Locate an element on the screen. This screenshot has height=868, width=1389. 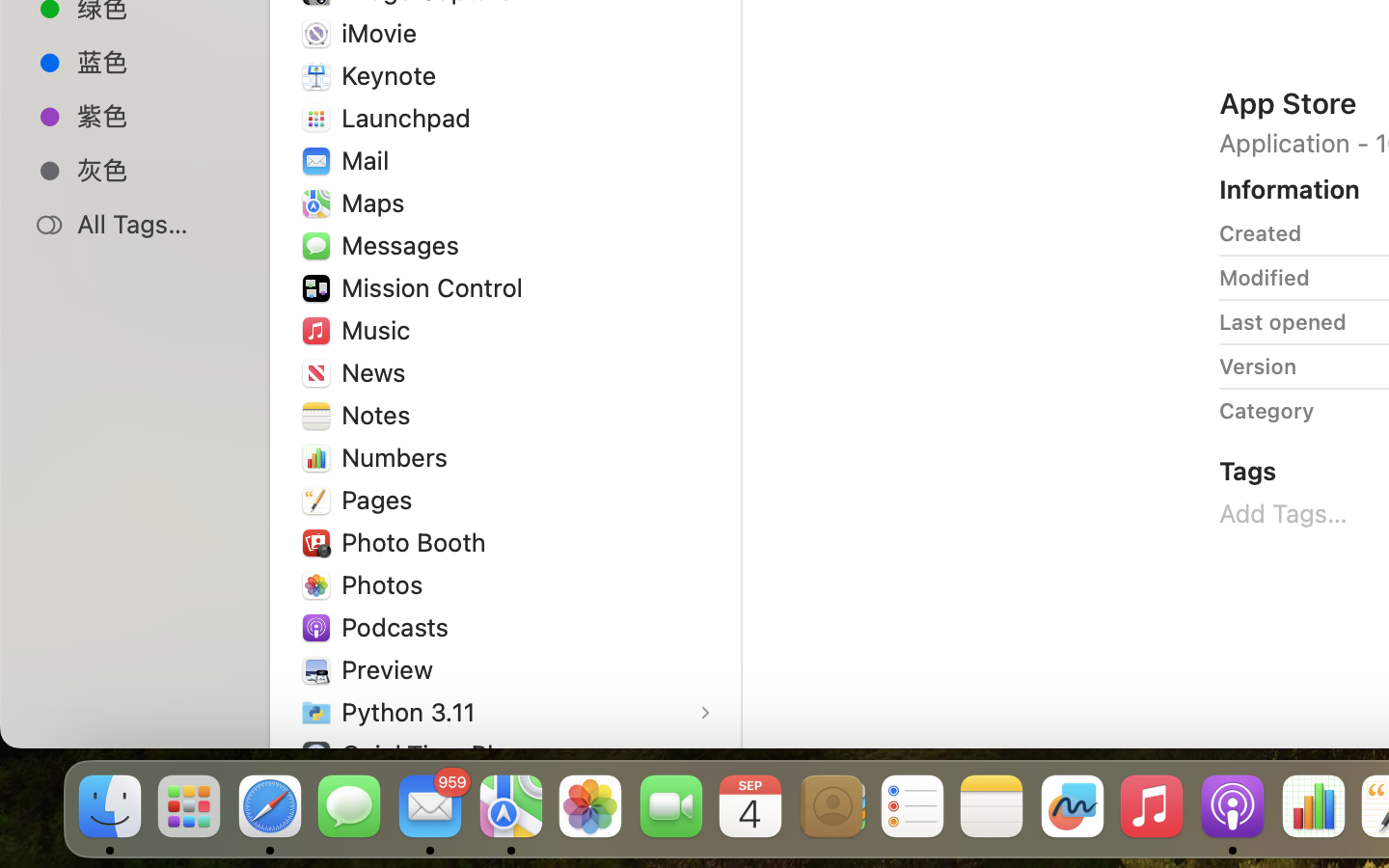
'Mission Control' is located at coordinates (437, 285).